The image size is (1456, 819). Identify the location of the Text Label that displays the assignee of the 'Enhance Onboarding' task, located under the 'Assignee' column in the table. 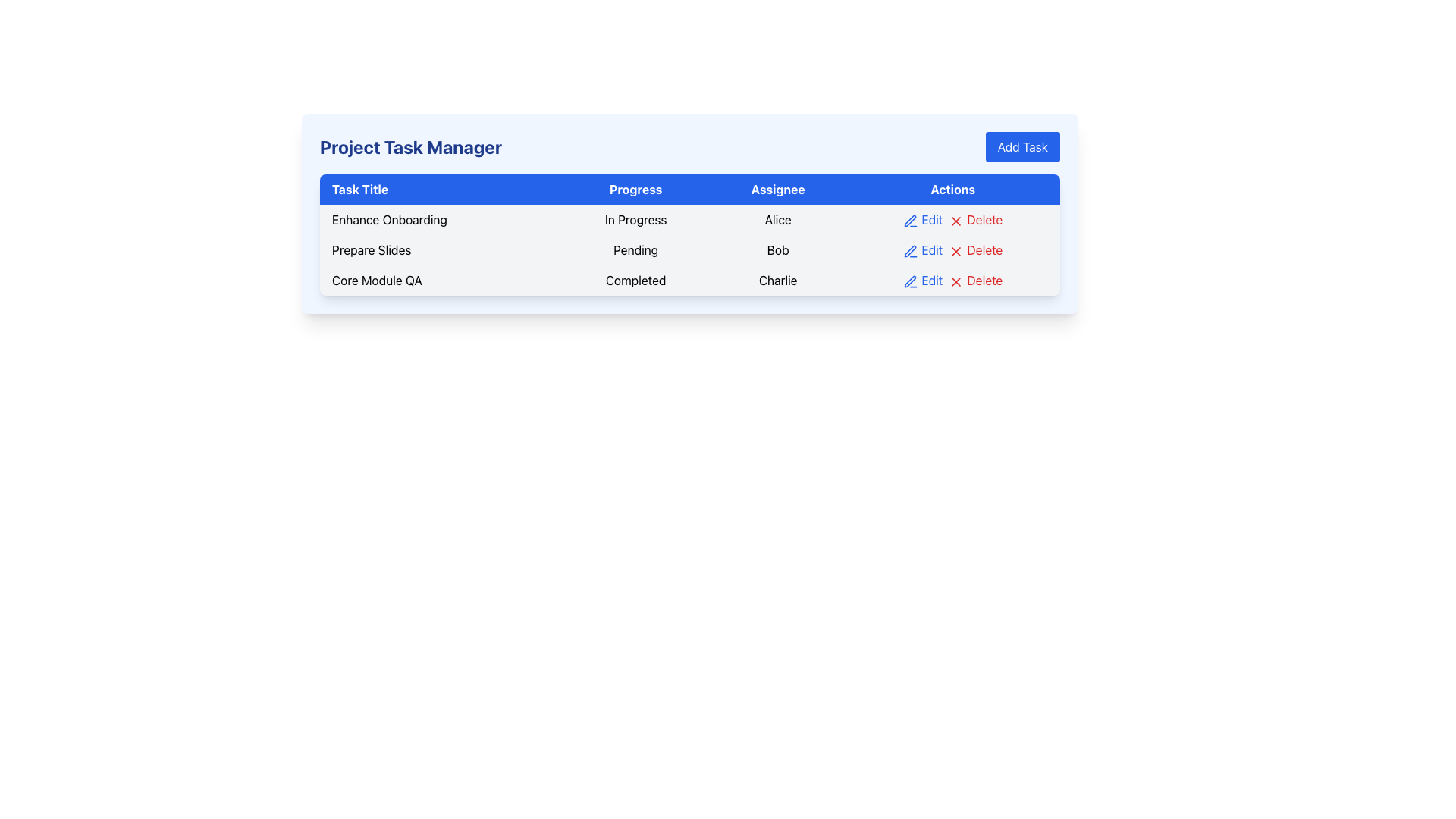
(778, 219).